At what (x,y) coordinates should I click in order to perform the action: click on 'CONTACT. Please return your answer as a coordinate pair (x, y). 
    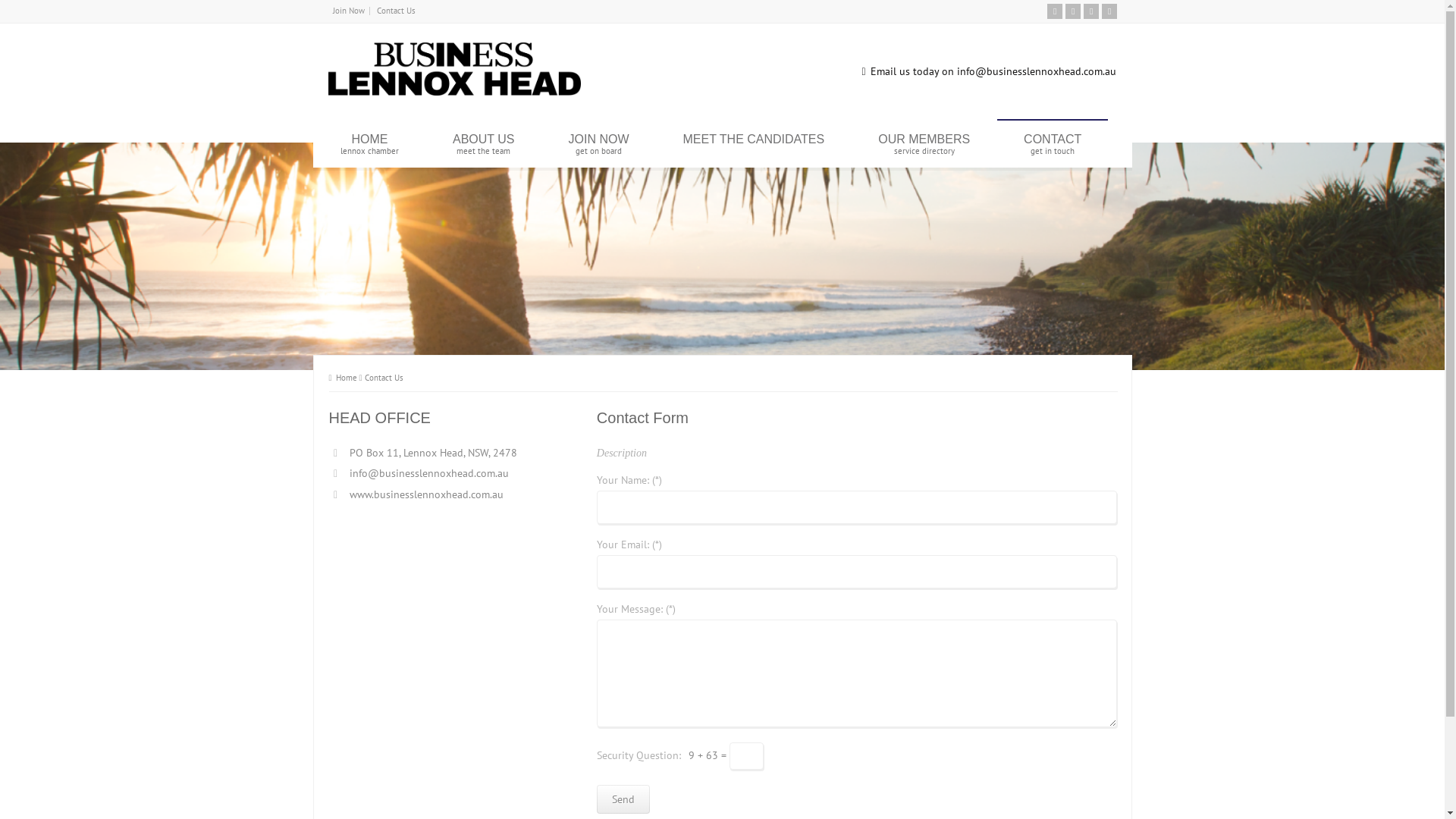
    Looking at the image, I should click on (1051, 143).